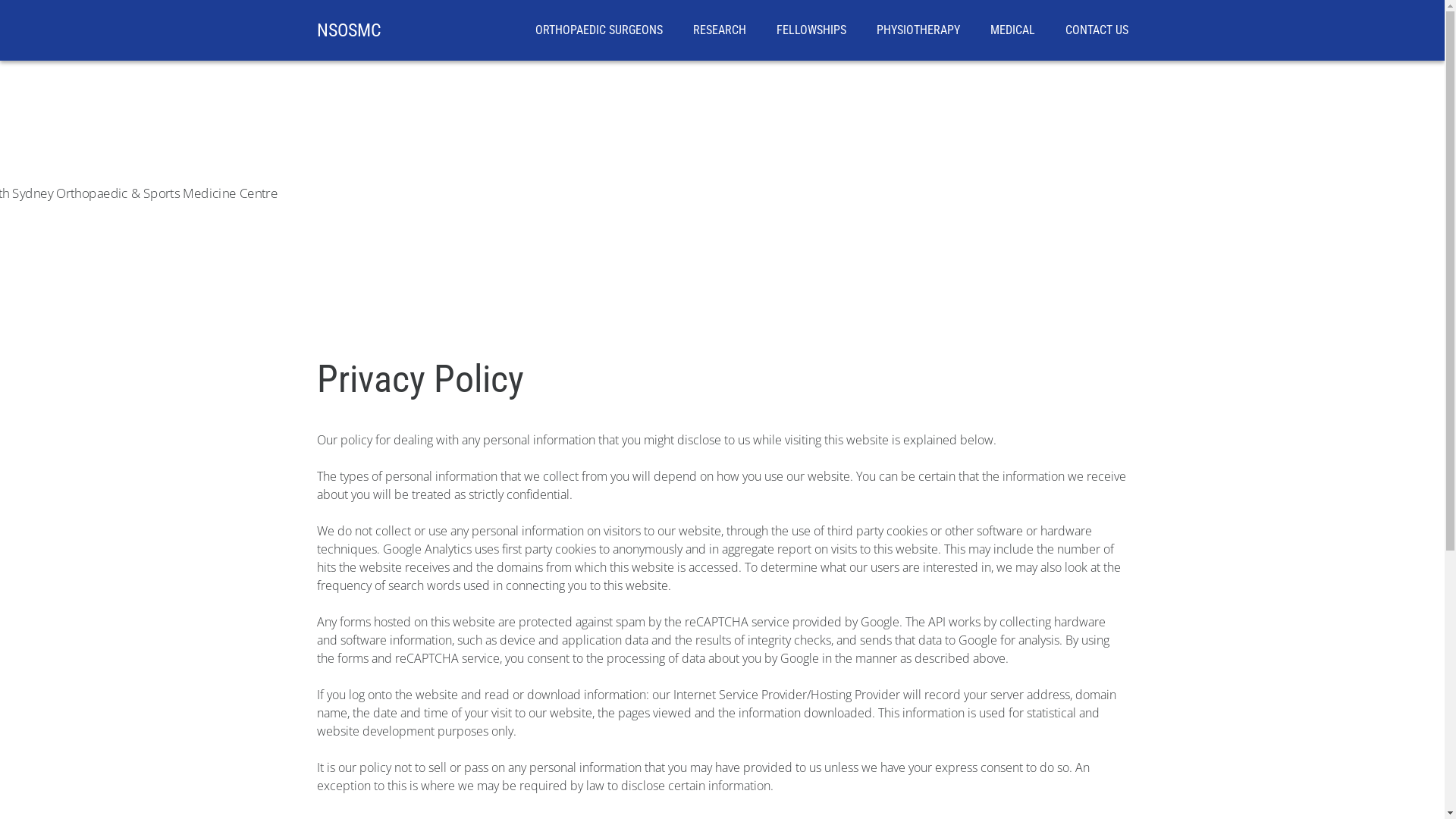 The width and height of the screenshot is (1456, 819). I want to click on 'FELLOWSHIPS', so click(811, 30).